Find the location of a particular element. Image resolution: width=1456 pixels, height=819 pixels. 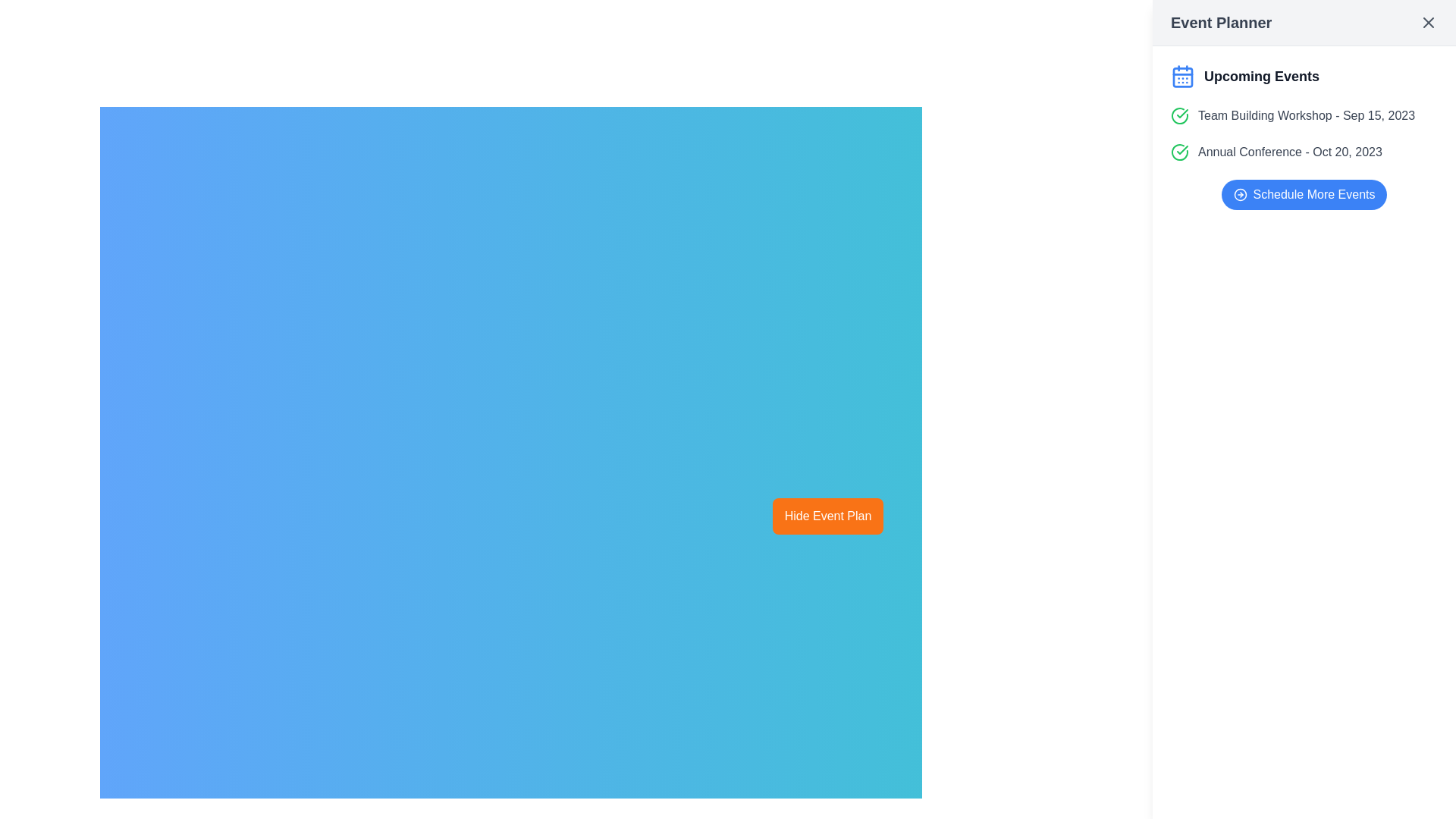

calendar icon located to the left of the 'Upcoming Events' heading in the right sidebar for further interactions is located at coordinates (1182, 76).